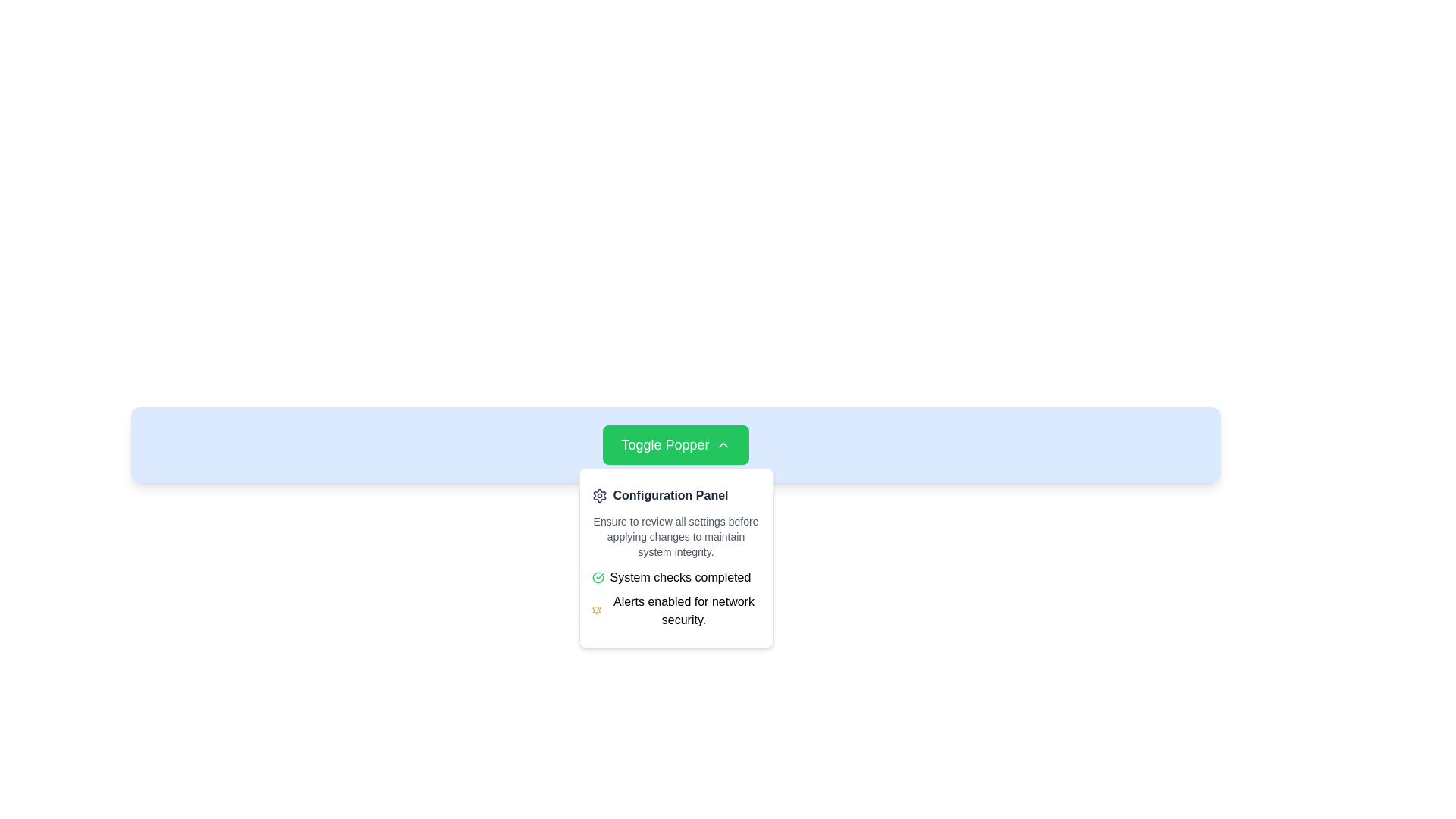 Image resolution: width=1456 pixels, height=819 pixels. I want to click on the Text Label that indicates the current context or focus area within the user interface, positioned to the right of a gear icon and below a green button labeled 'Toggle Popper', so click(670, 496).